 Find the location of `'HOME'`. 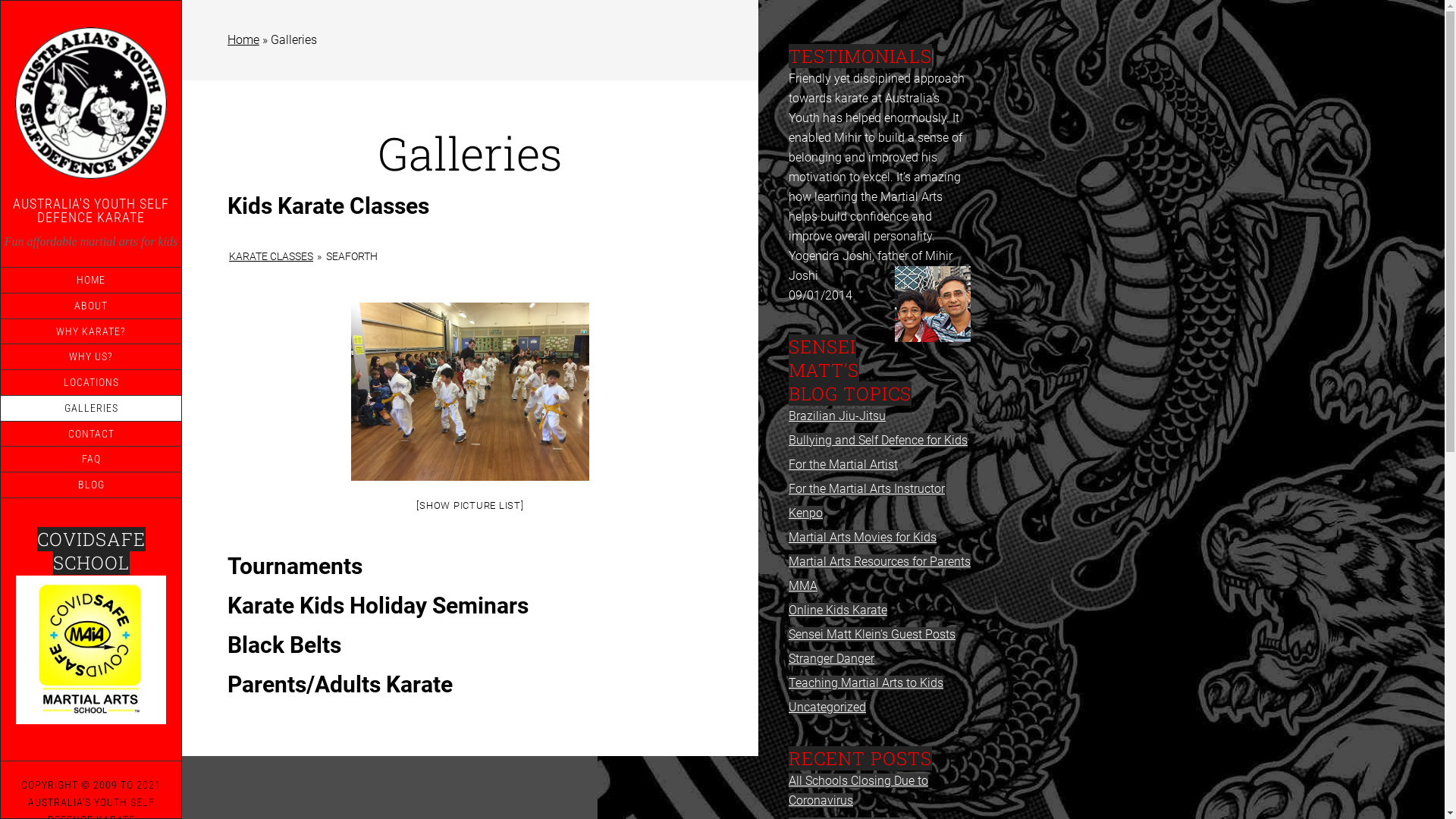

'HOME' is located at coordinates (90, 280).